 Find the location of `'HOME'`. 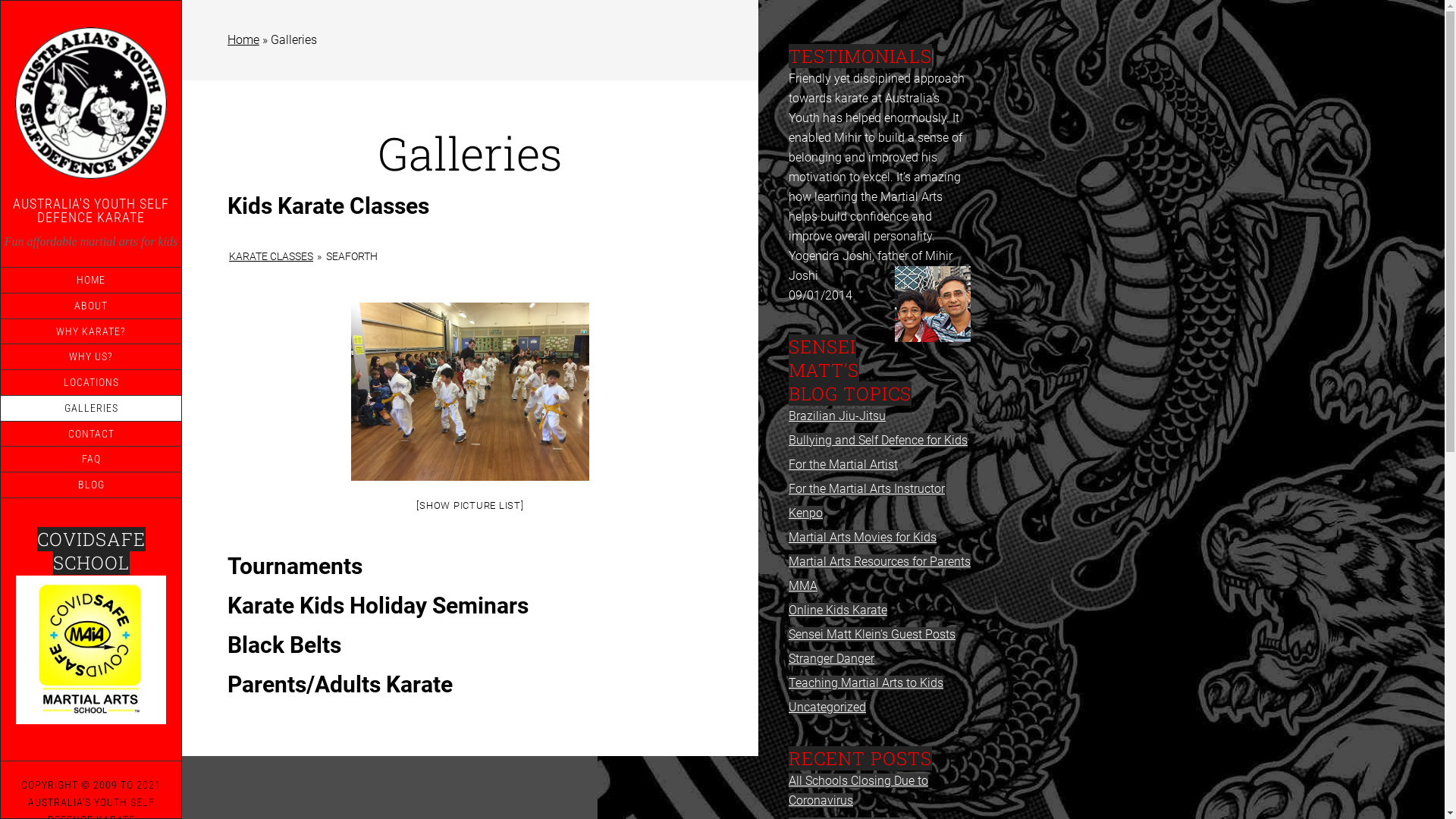

'HOME' is located at coordinates (90, 280).